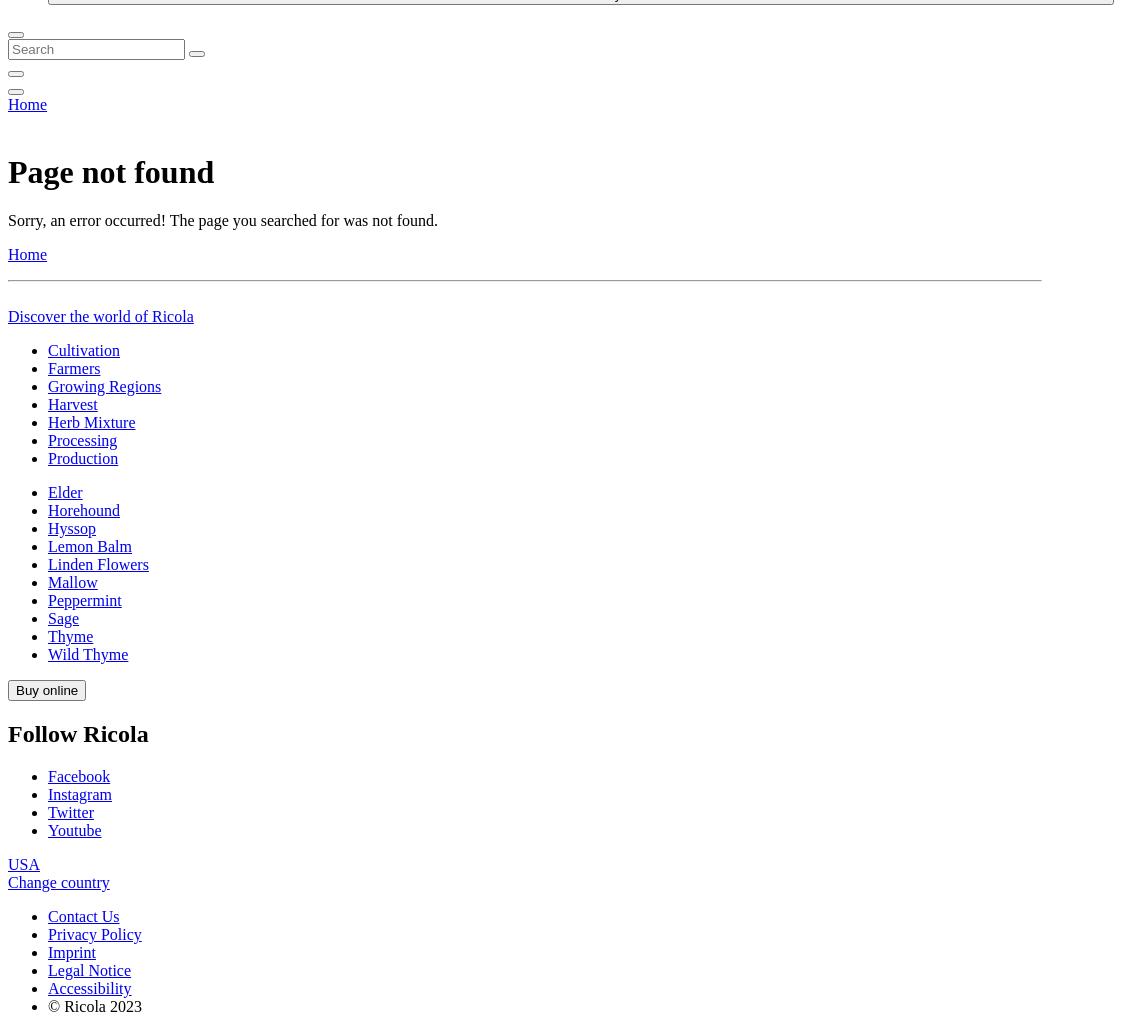 The image size is (1138, 1027). What do you see at coordinates (103, 963) in the screenshot?
I see `'Growing Regions'` at bounding box center [103, 963].